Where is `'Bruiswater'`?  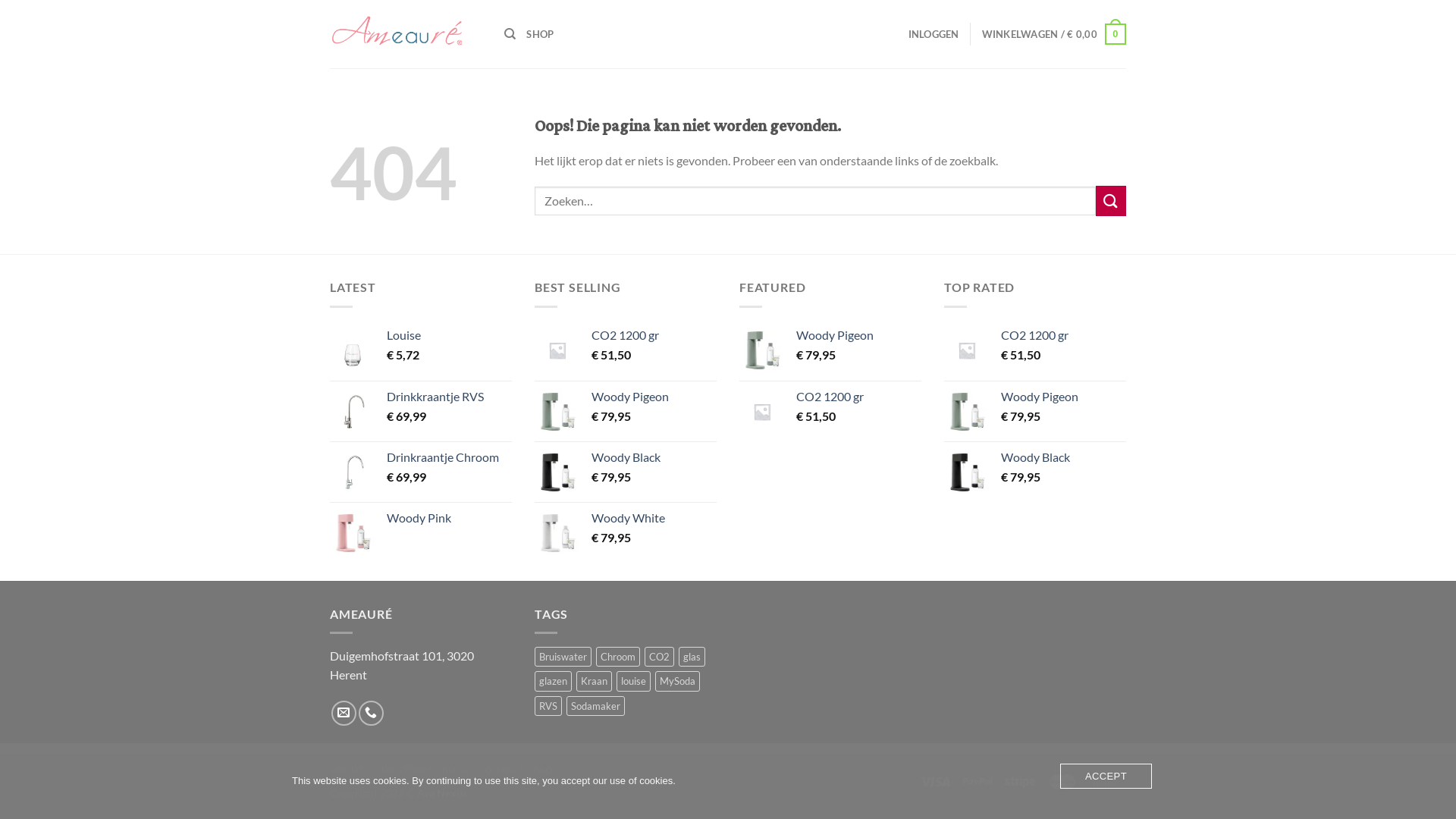
'Bruiswater' is located at coordinates (535, 656).